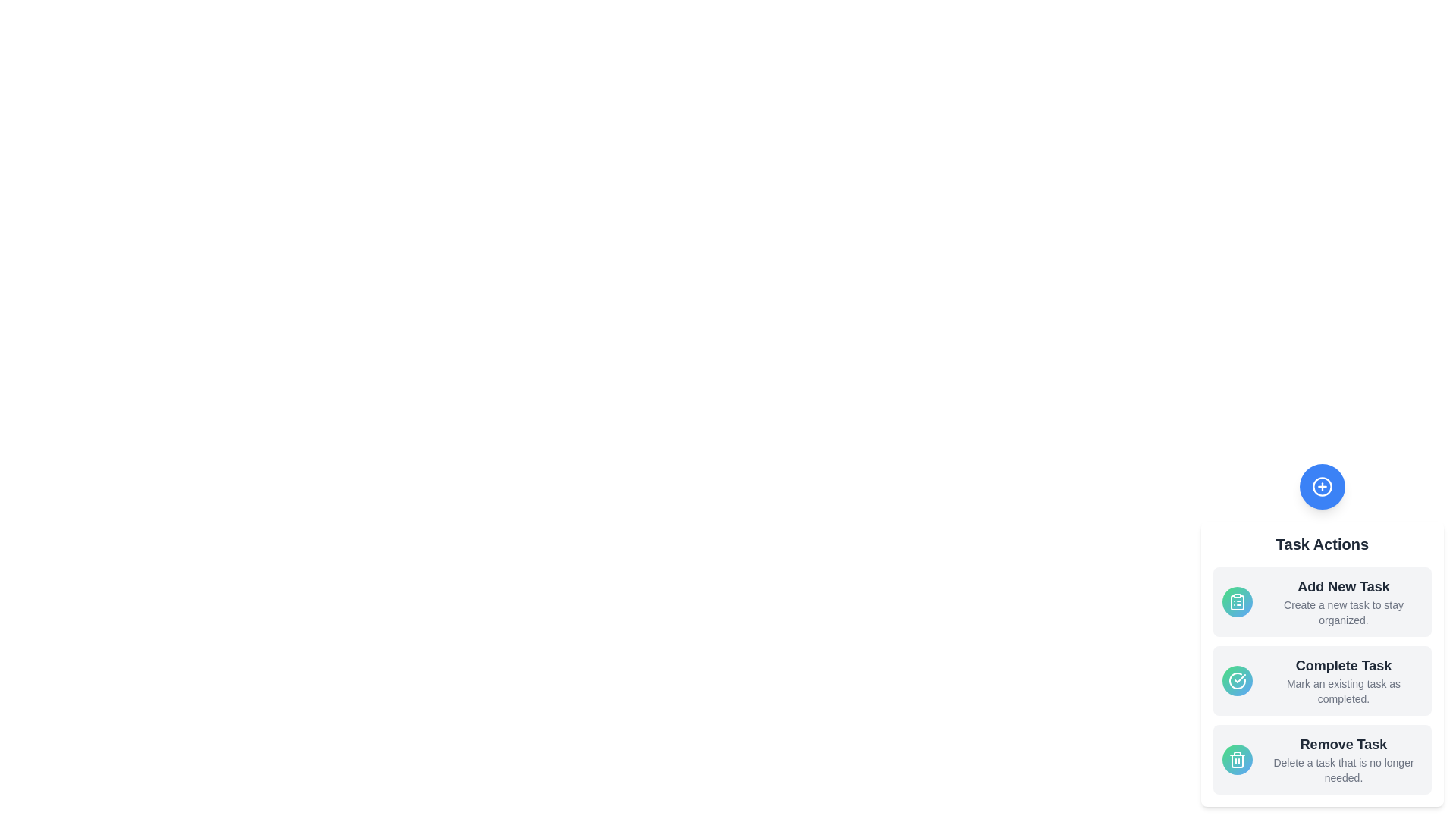 The image size is (1456, 819). What do you see at coordinates (1343, 665) in the screenshot?
I see `the task option title Complete Task to trigger its interaction` at bounding box center [1343, 665].